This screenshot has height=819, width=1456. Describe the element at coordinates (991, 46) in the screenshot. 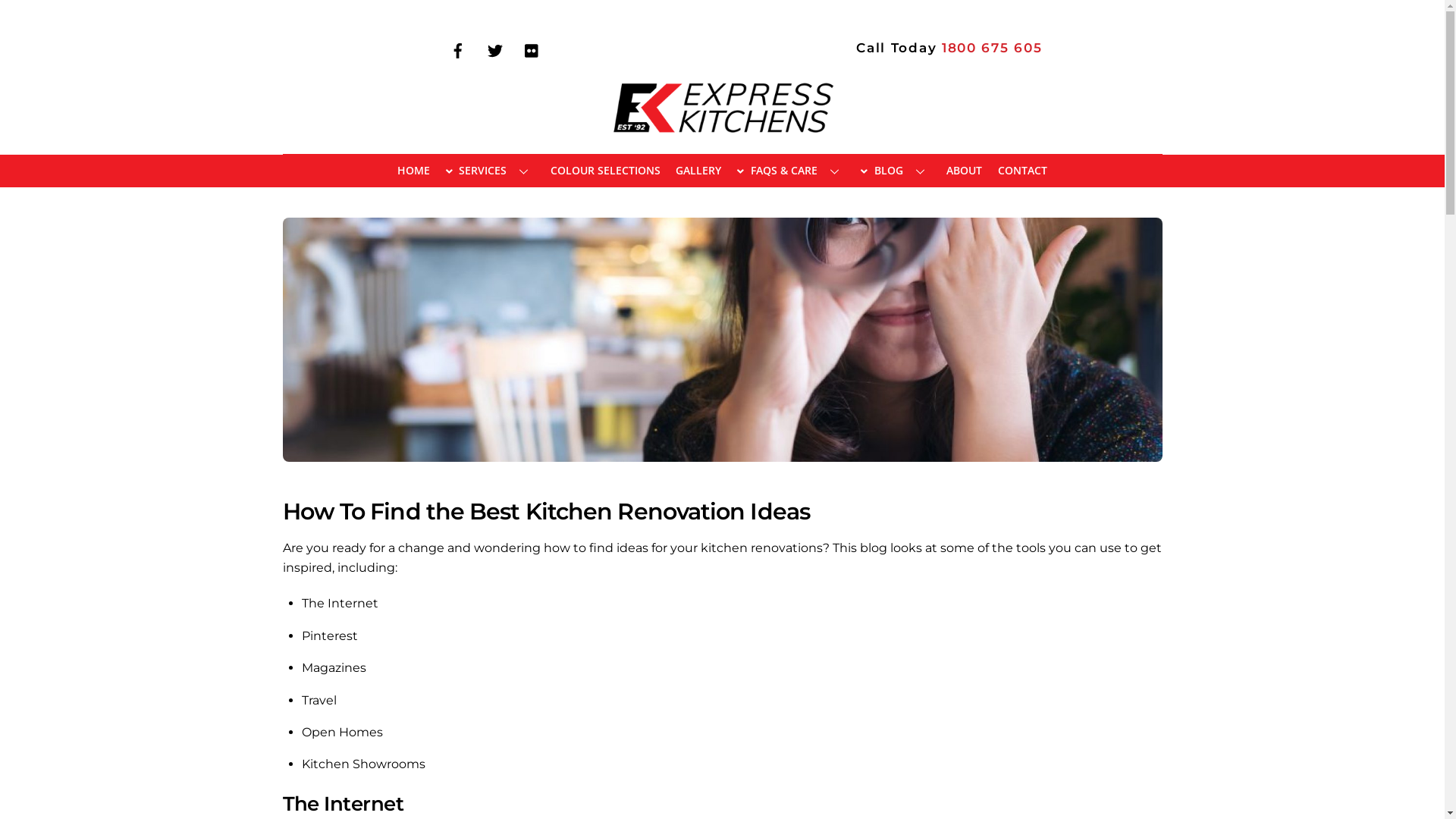

I see `'1800 675 605'` at that location.